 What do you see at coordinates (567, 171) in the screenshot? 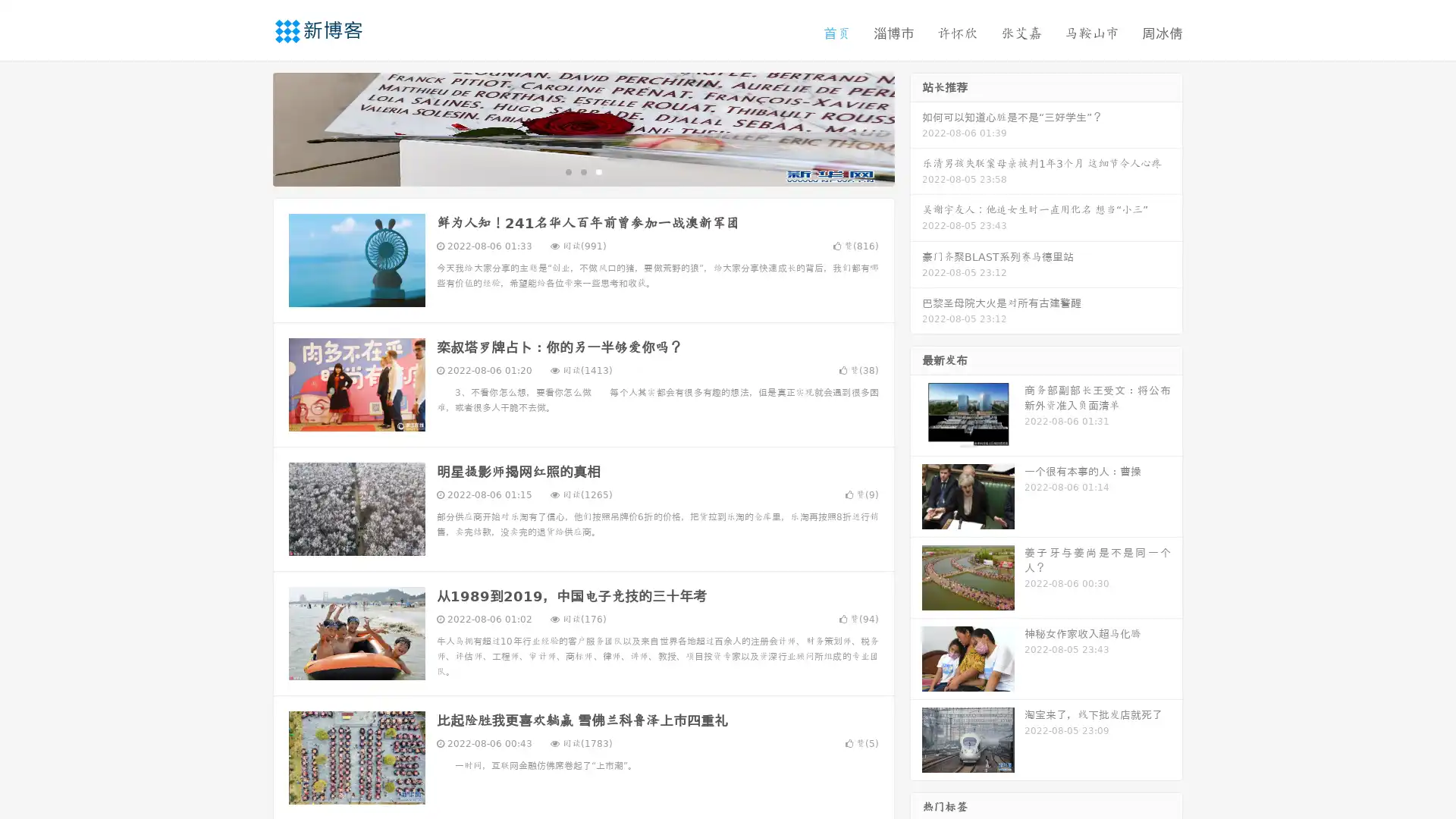
I see `Go to slide 1` at bounding box center [567, 171].